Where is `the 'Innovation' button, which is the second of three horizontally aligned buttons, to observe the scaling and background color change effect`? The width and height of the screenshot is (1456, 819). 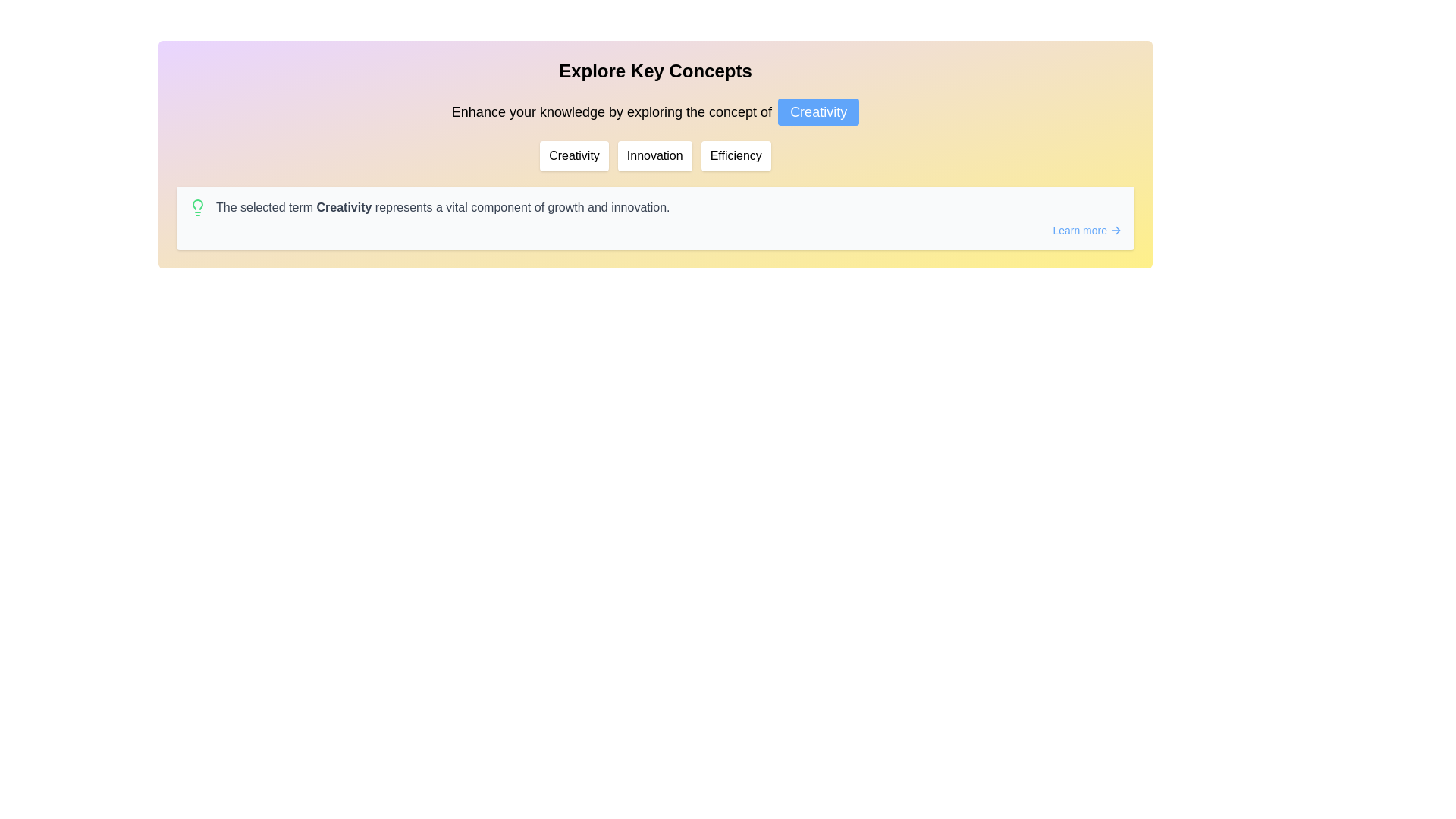 the 'Innovation' button, which is the second of three horizontally aligned buttons, to observe the scaling and background color change effect is located at coordinates (654, 155).